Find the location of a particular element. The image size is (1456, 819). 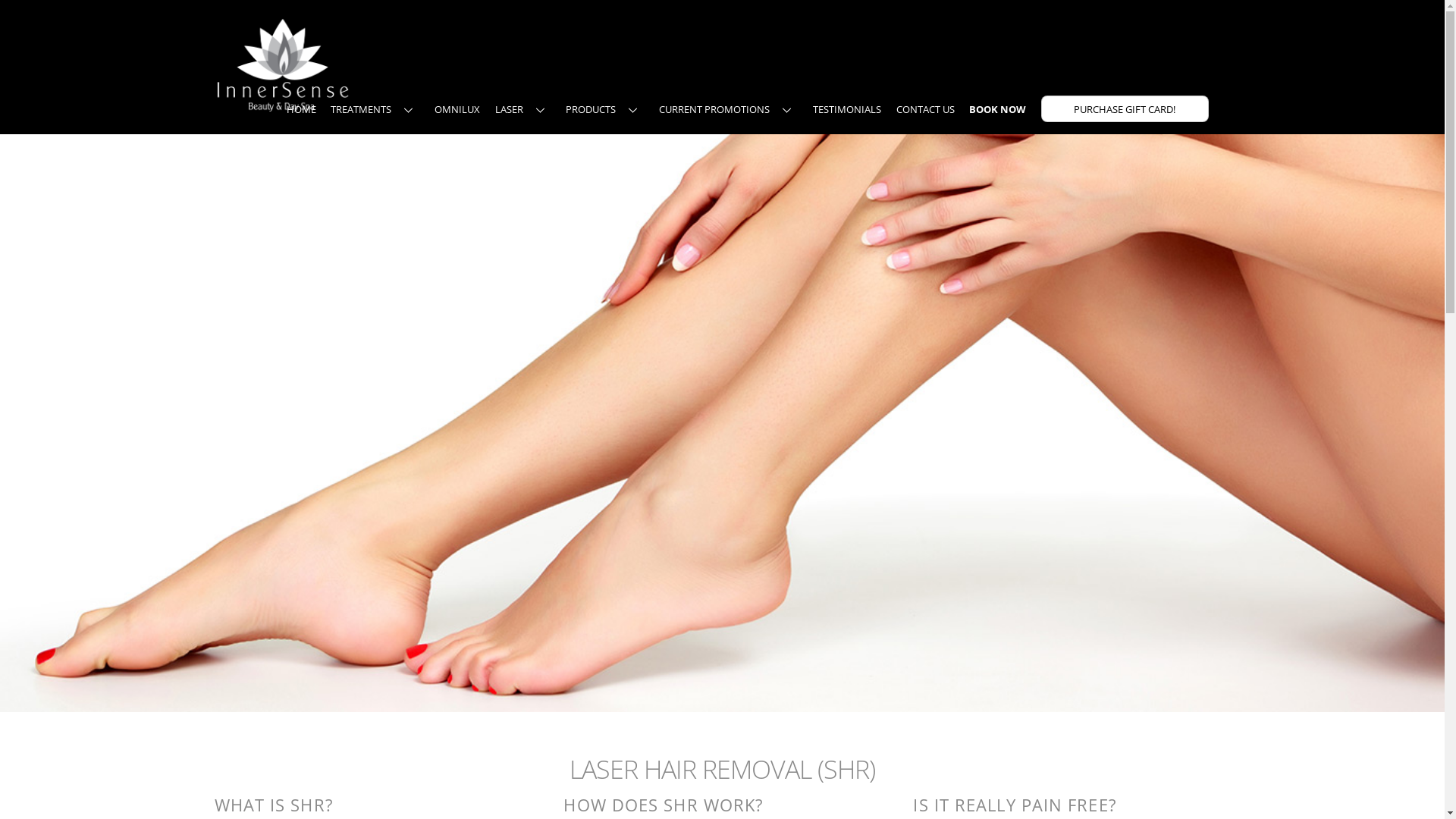

'LASER' is located at coordinates (523, 108).